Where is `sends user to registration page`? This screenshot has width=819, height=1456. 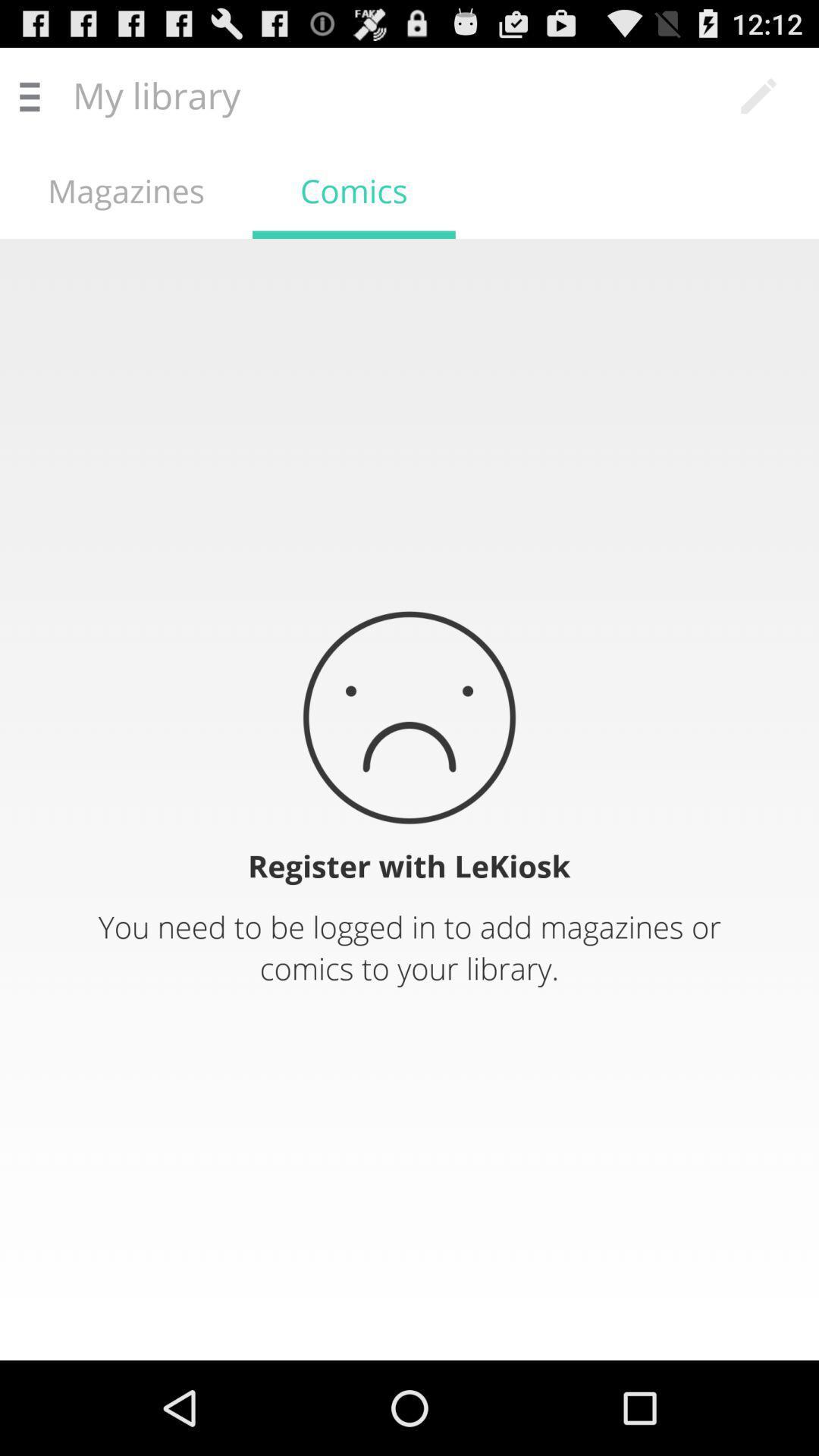 sends user to registration page is located at coordinates (409, 799).